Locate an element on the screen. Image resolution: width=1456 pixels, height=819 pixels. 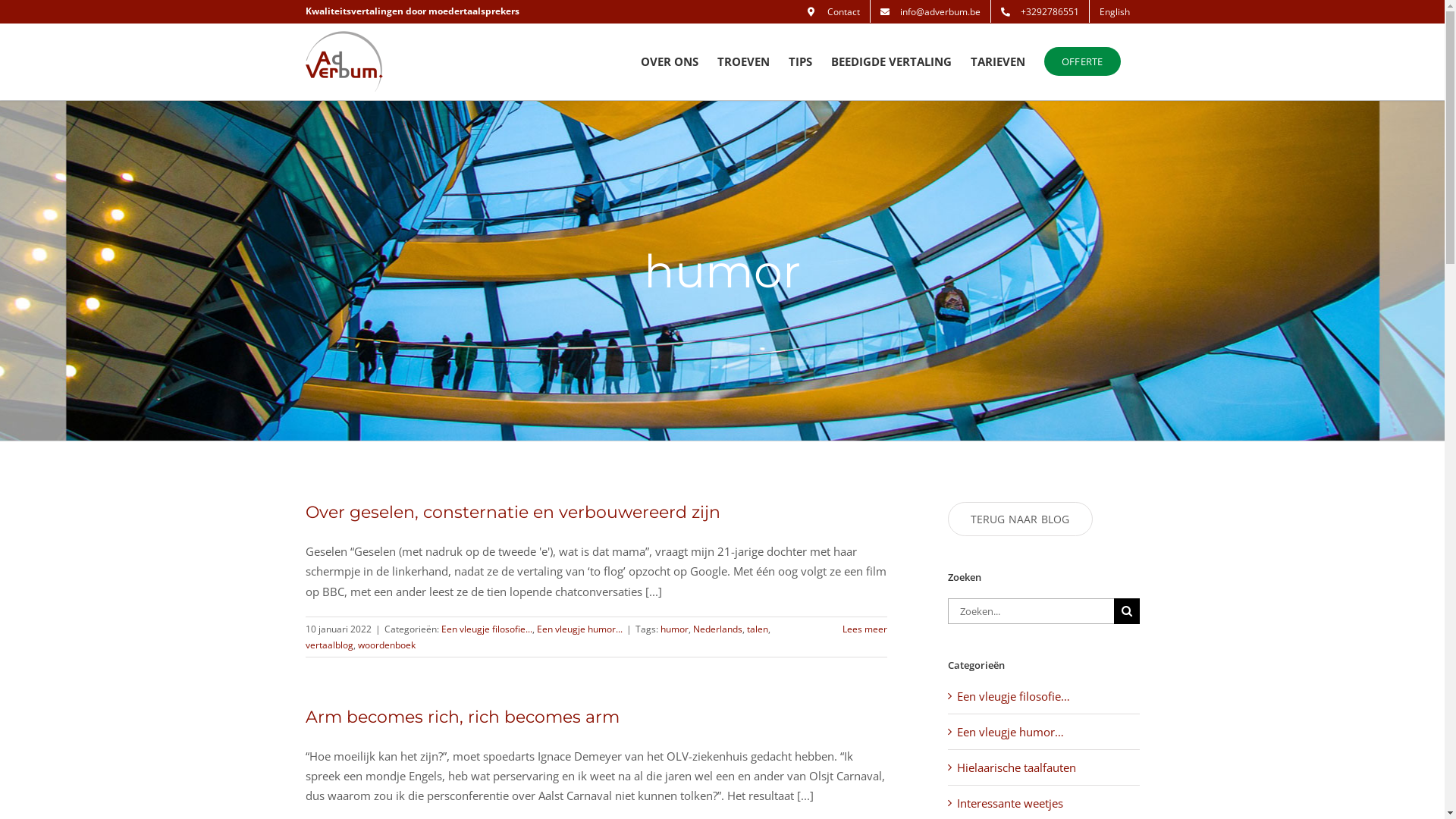
'Lees meer' is located at coordinates (864, 629).